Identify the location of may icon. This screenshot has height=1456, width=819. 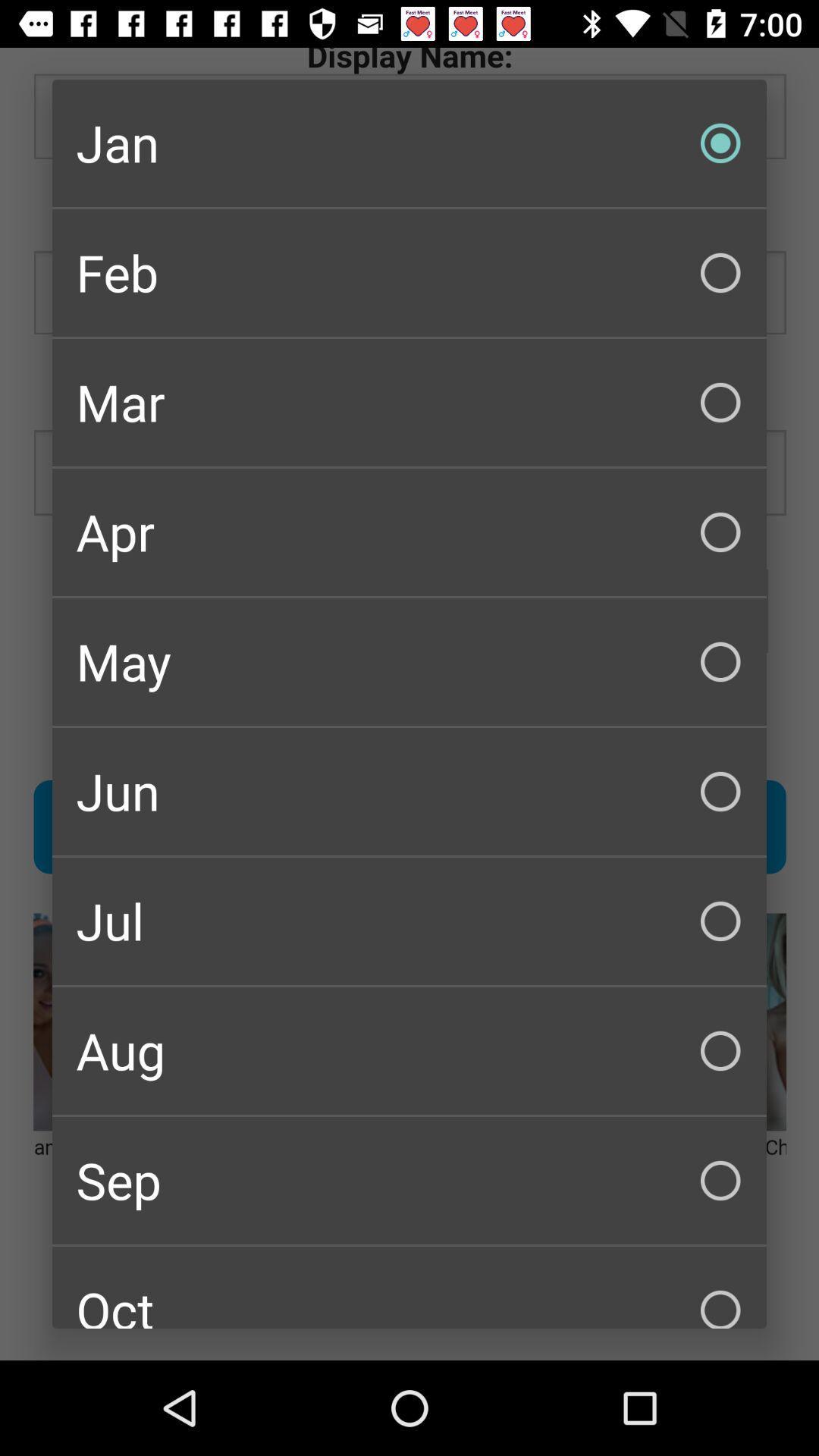
(409, 662).